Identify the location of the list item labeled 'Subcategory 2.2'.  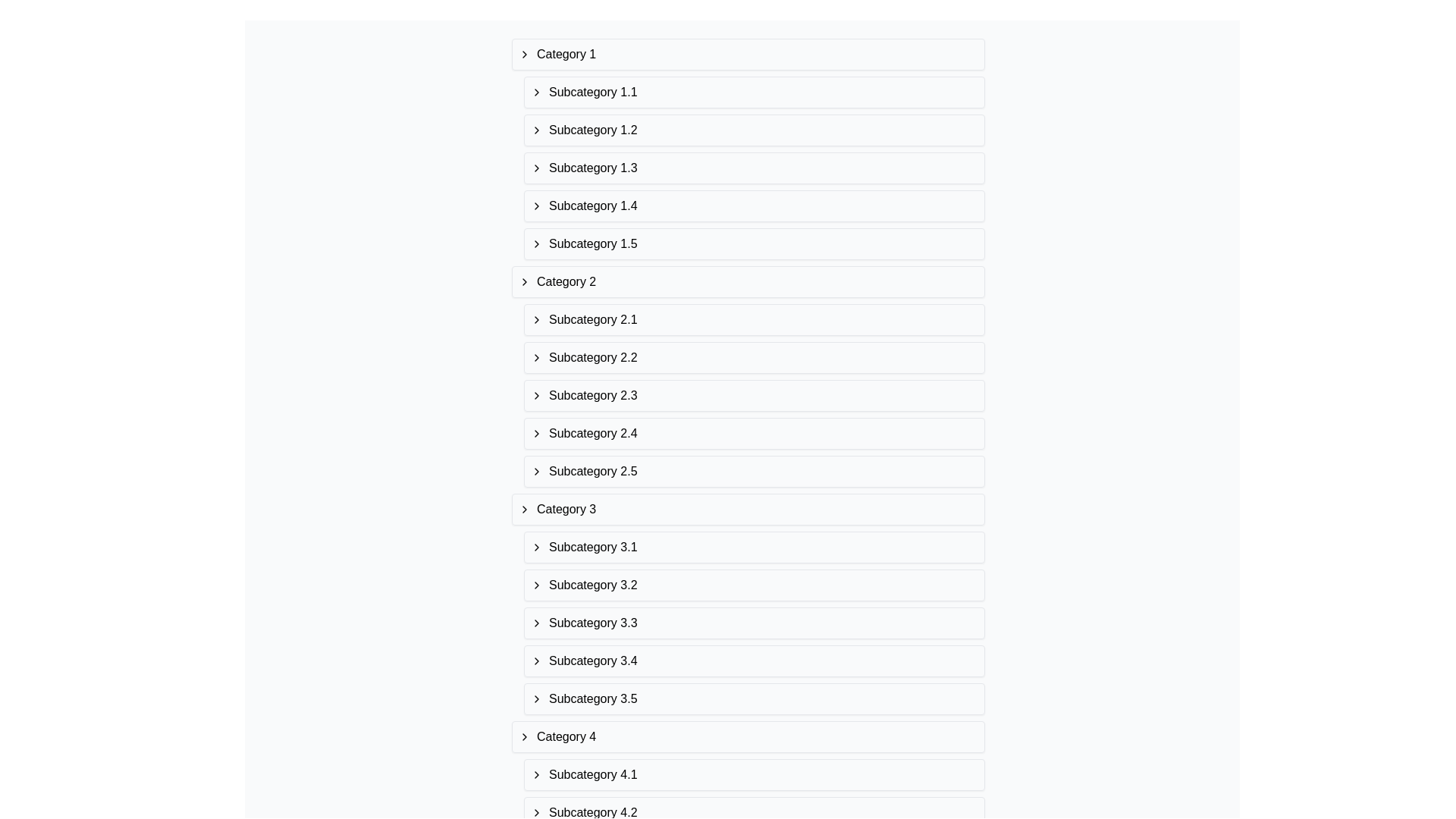
(754, 357).